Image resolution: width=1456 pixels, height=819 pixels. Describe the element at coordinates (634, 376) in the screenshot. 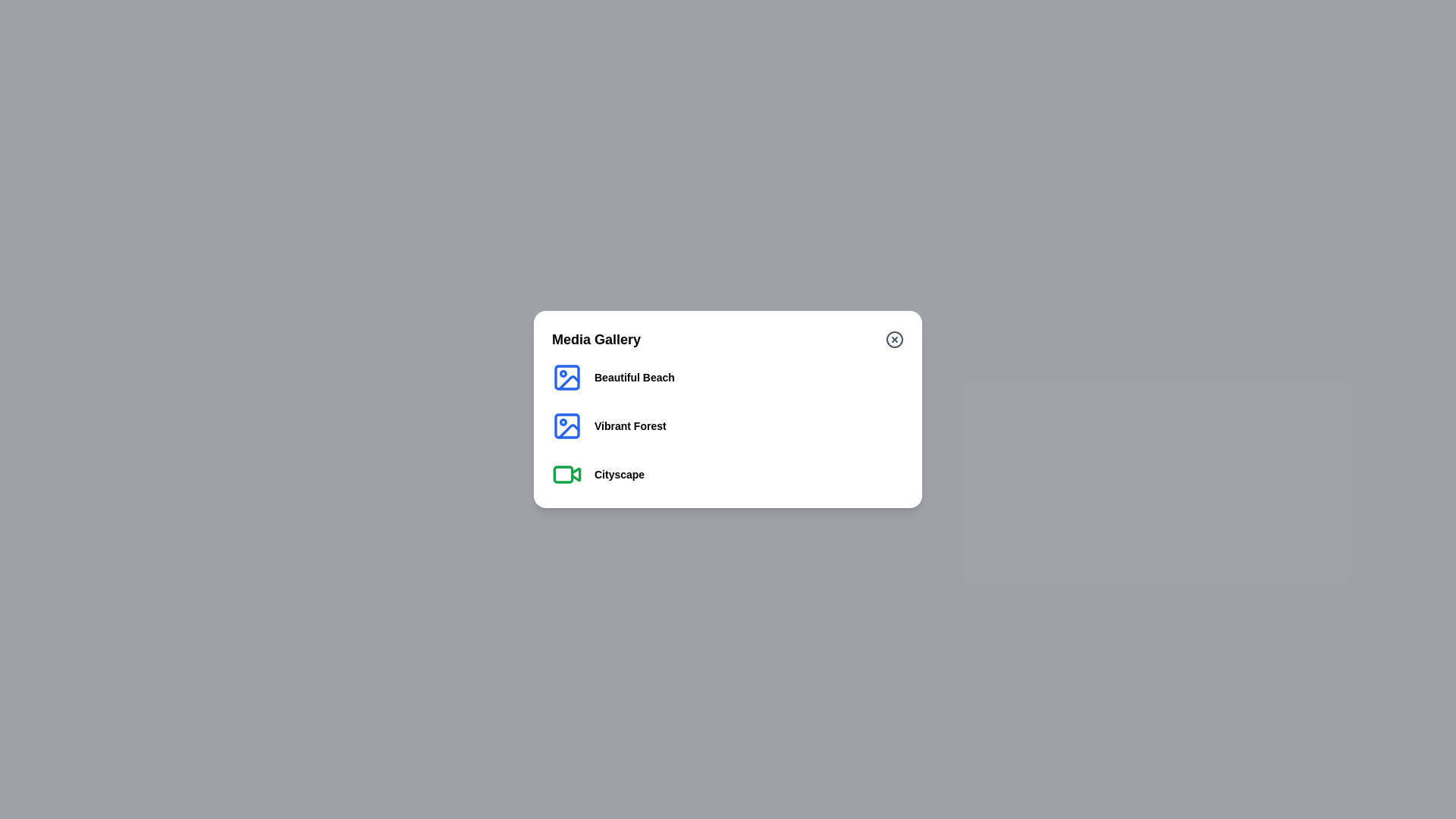

I see `the media item titled Beautiful Beach` at that location.